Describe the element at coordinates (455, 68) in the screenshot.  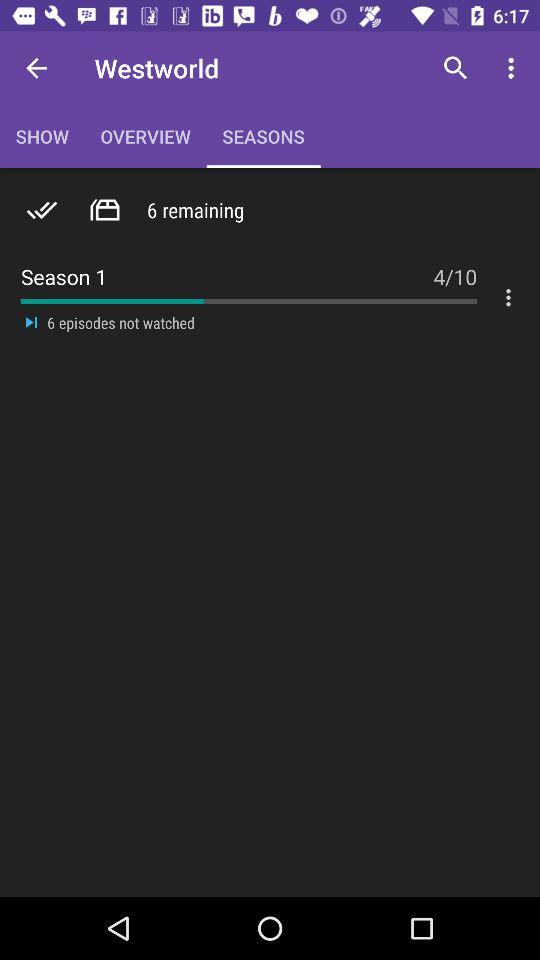
I see `the icon above the season 1` at that location.